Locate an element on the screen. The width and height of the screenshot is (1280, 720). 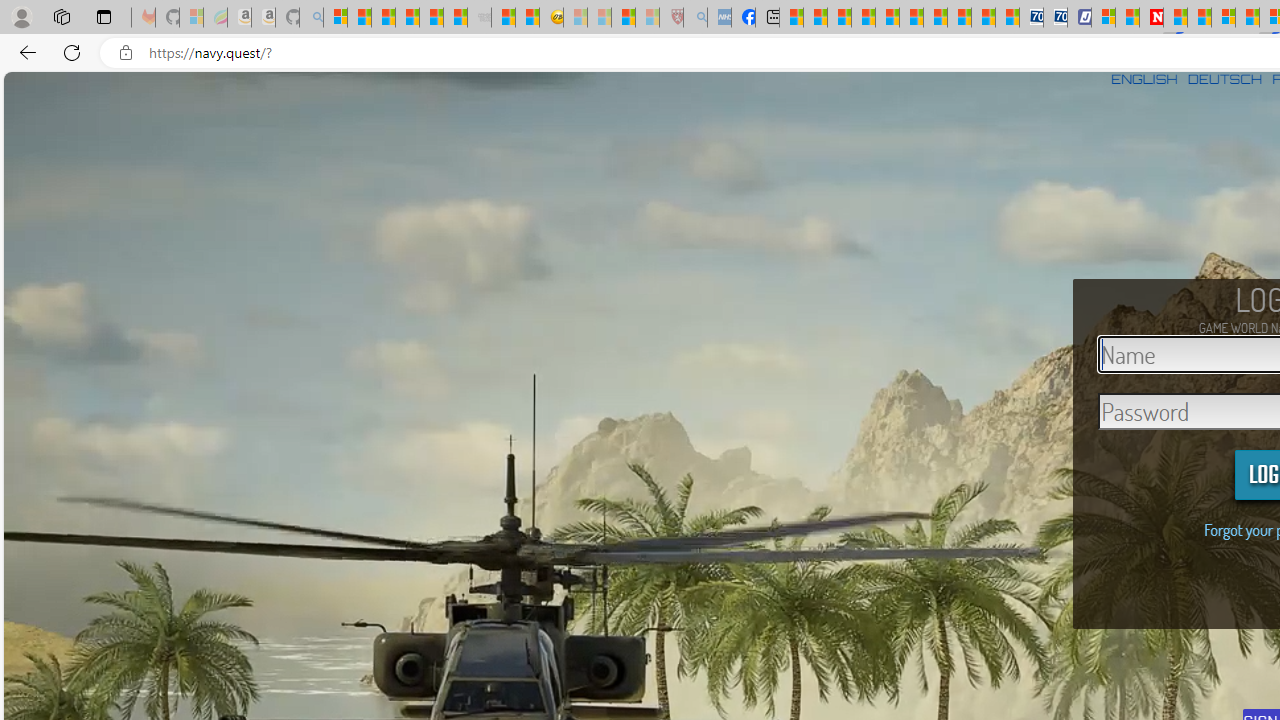
'ENGLISH' is located at coordinates (1144, 78).